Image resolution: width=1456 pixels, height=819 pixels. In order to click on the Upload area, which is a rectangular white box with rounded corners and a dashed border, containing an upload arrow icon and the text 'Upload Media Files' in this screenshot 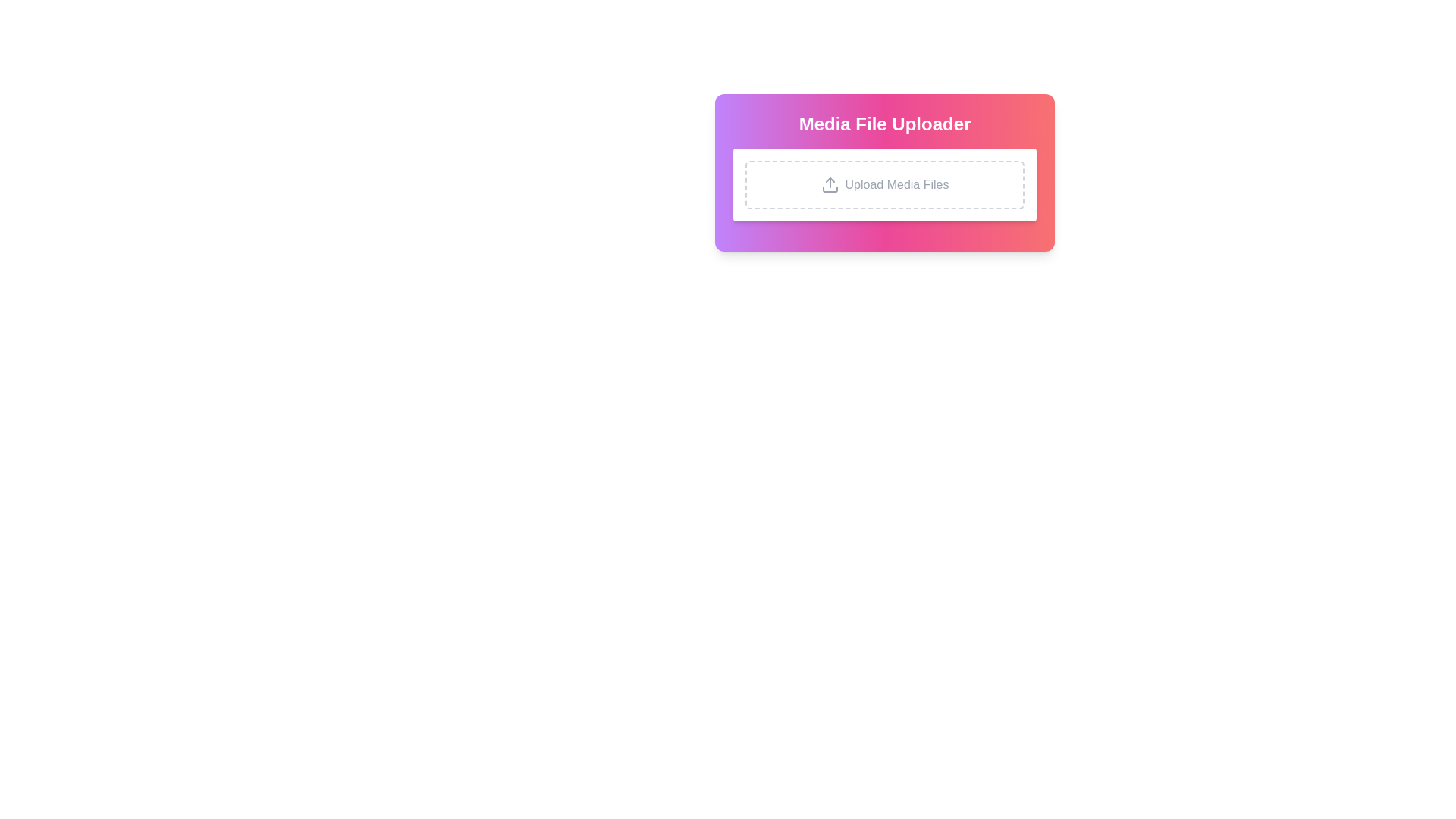, I will do `click(884, 184)`.